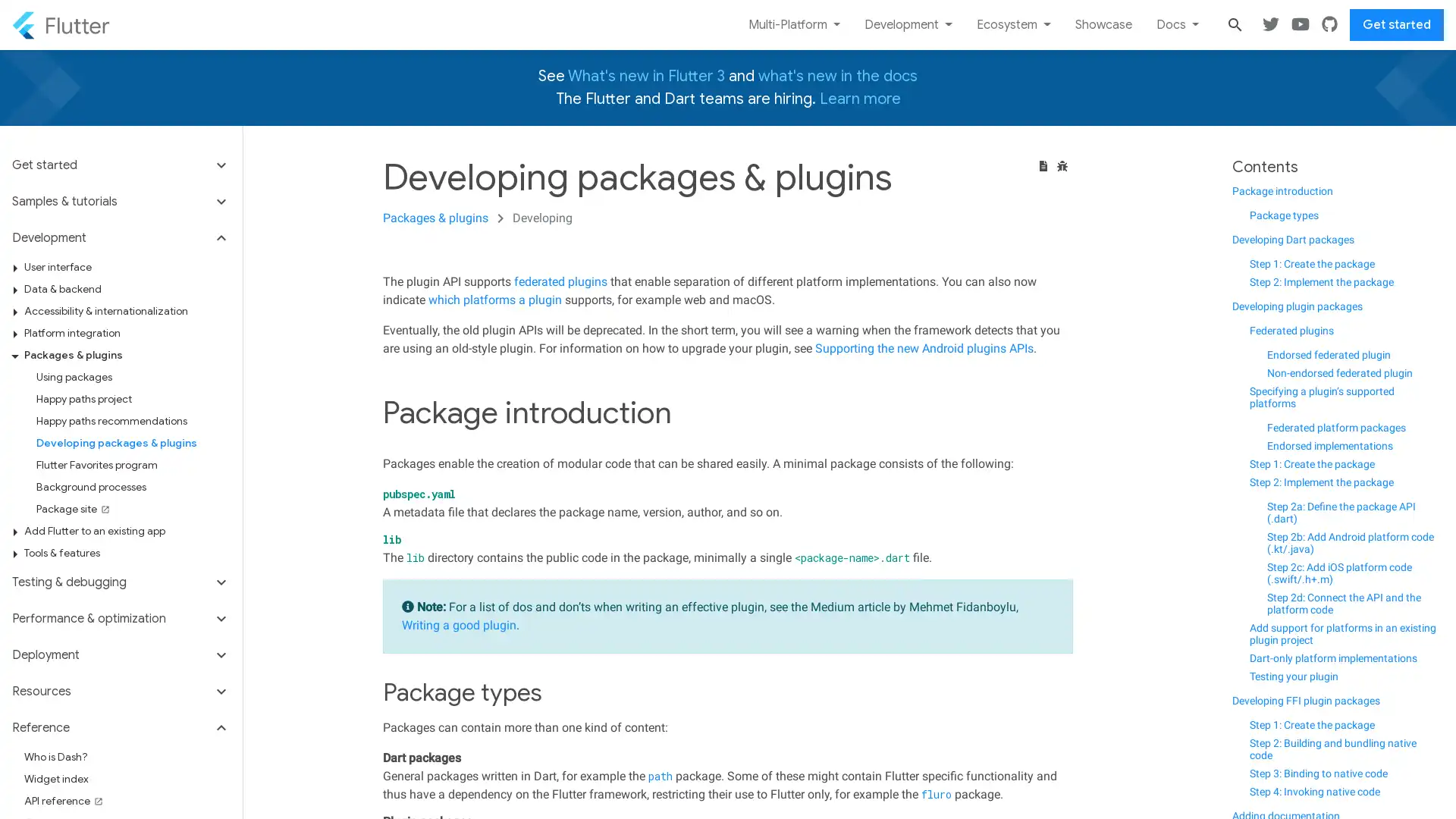 The height and width of the screenshot is (819, 1456). What do you see at coordinates (120, 727) in the screenshot?
I see `Reference keyboard_arrow_down` at bounding box center [120, 727].